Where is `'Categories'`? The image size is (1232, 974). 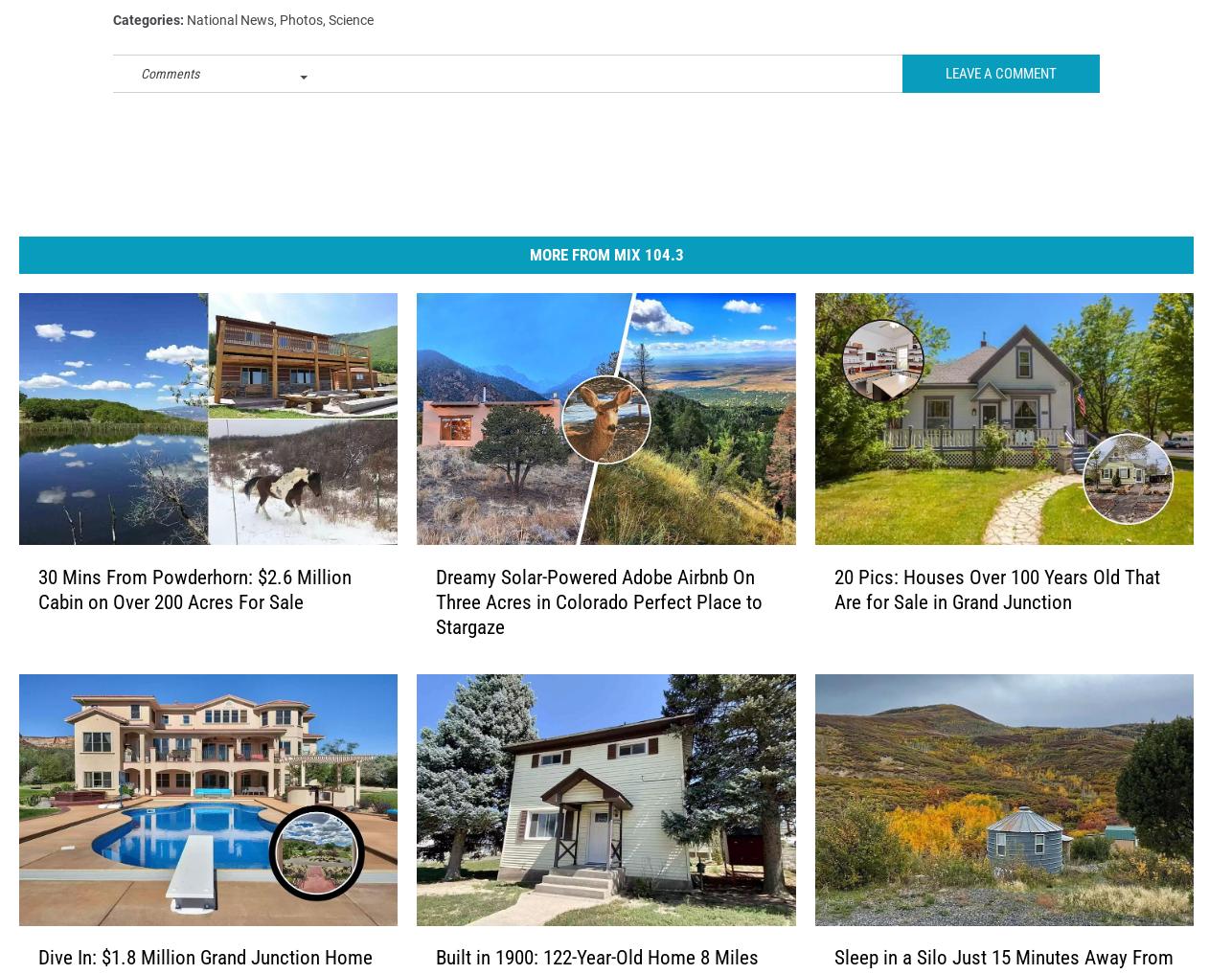 'Categories' is located at coordinates (113, 48).